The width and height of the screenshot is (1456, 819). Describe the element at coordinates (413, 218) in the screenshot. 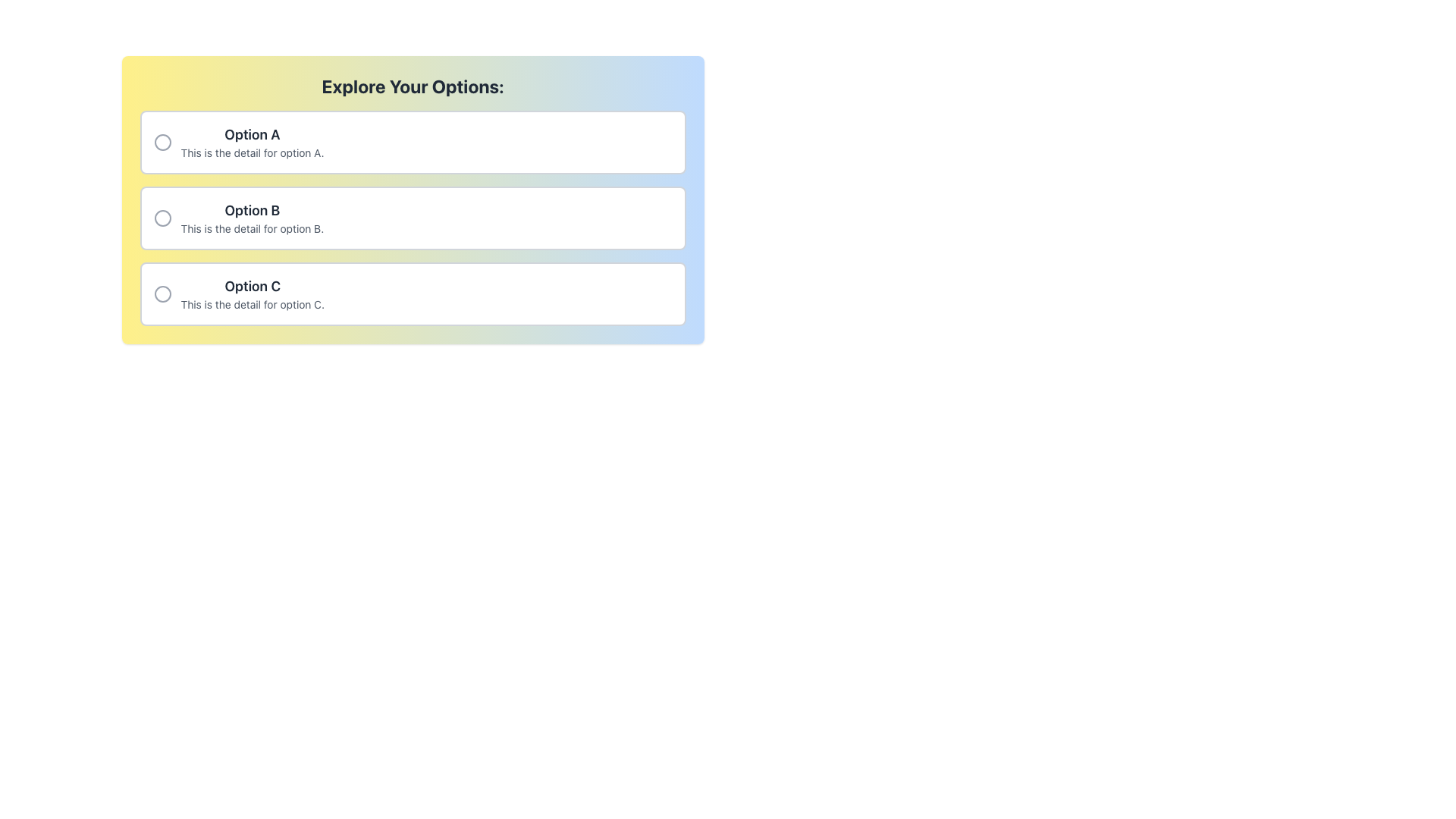

I see `the radio button for 'Option B', which is a selection option with a detailed description` at that location.